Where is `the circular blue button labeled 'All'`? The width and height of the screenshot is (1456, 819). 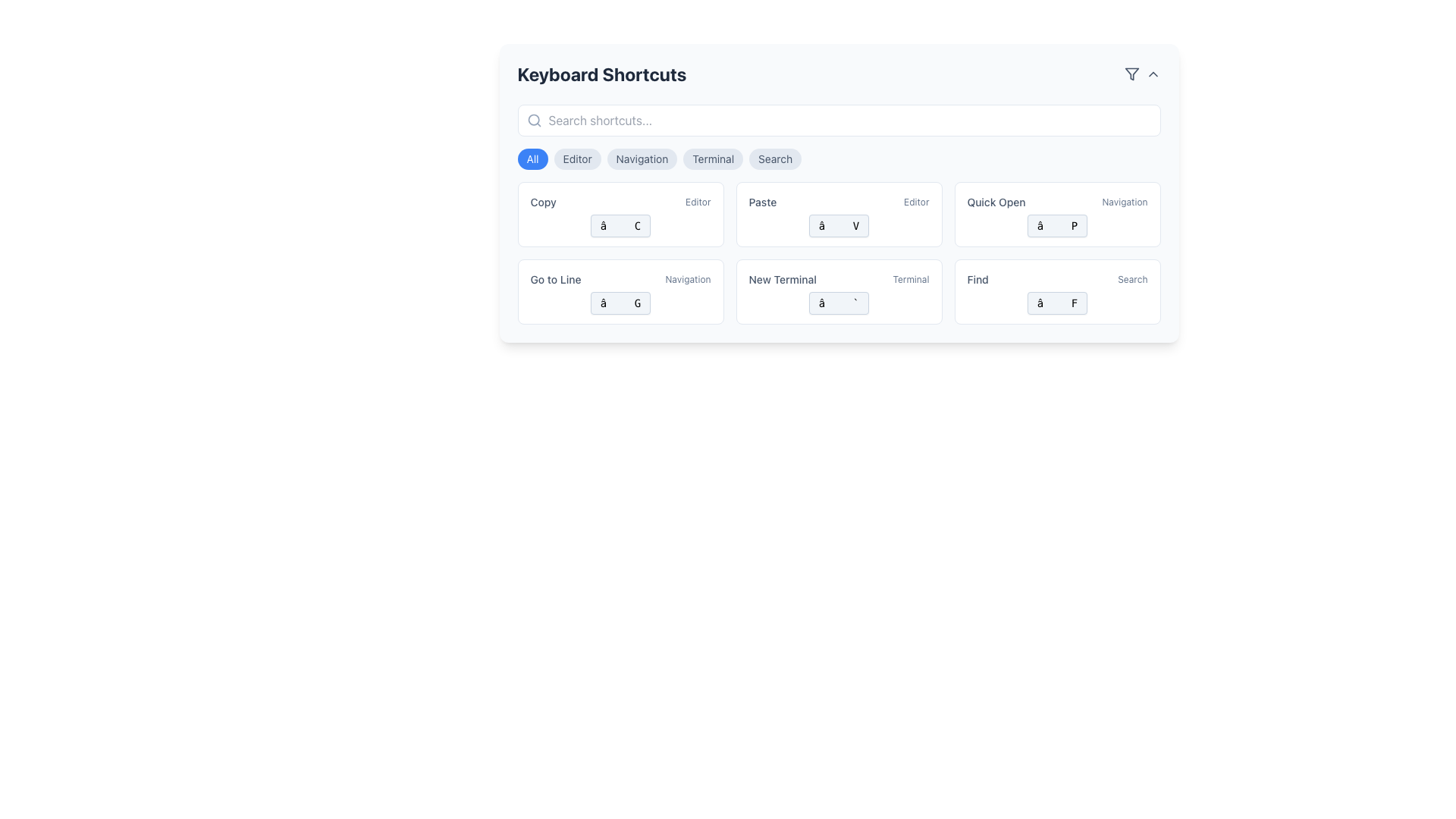 the circular blue button labeled 'All' is located at coordinates (532, 158).